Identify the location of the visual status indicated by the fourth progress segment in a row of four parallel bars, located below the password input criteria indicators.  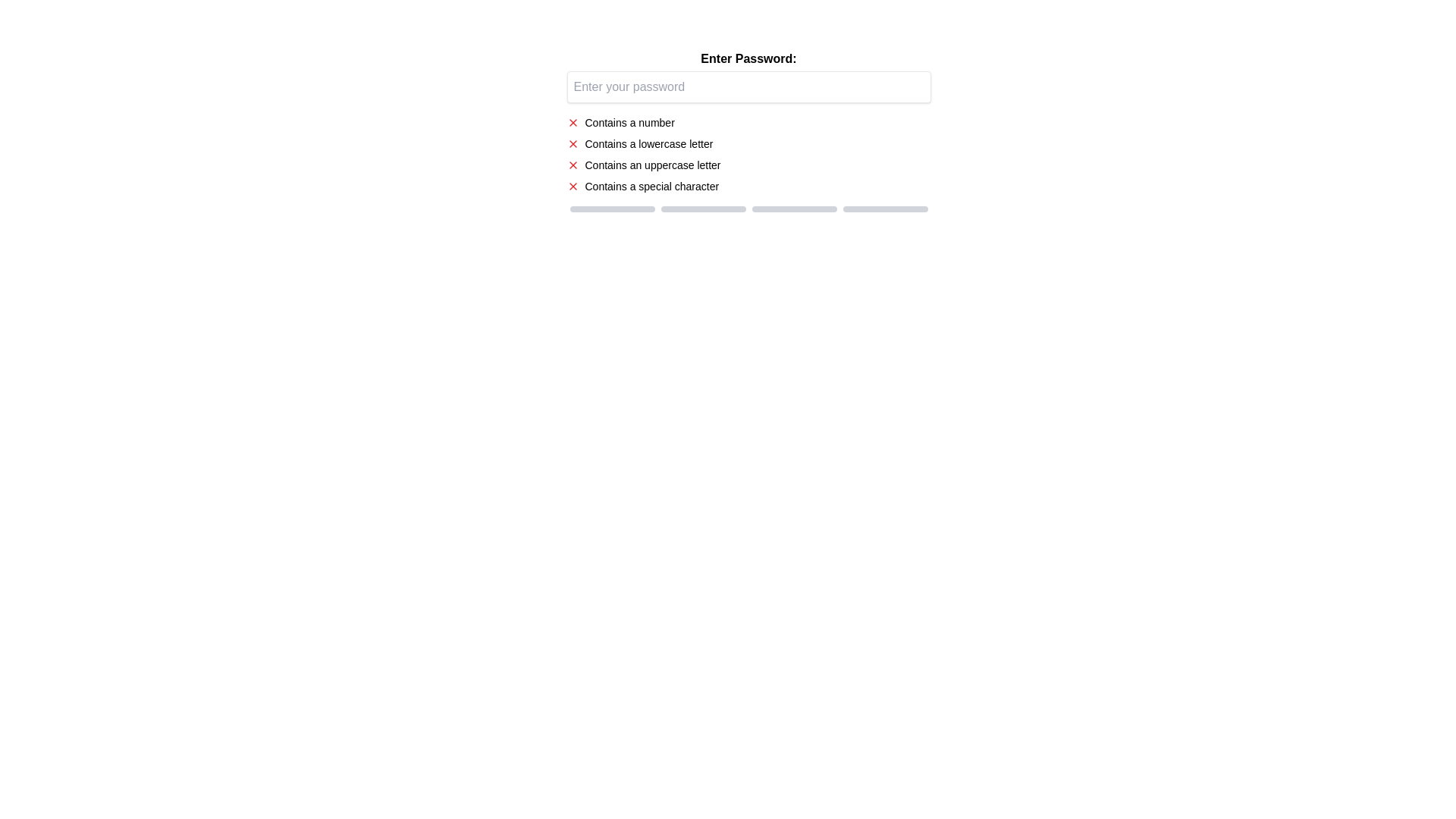
(885, 209).